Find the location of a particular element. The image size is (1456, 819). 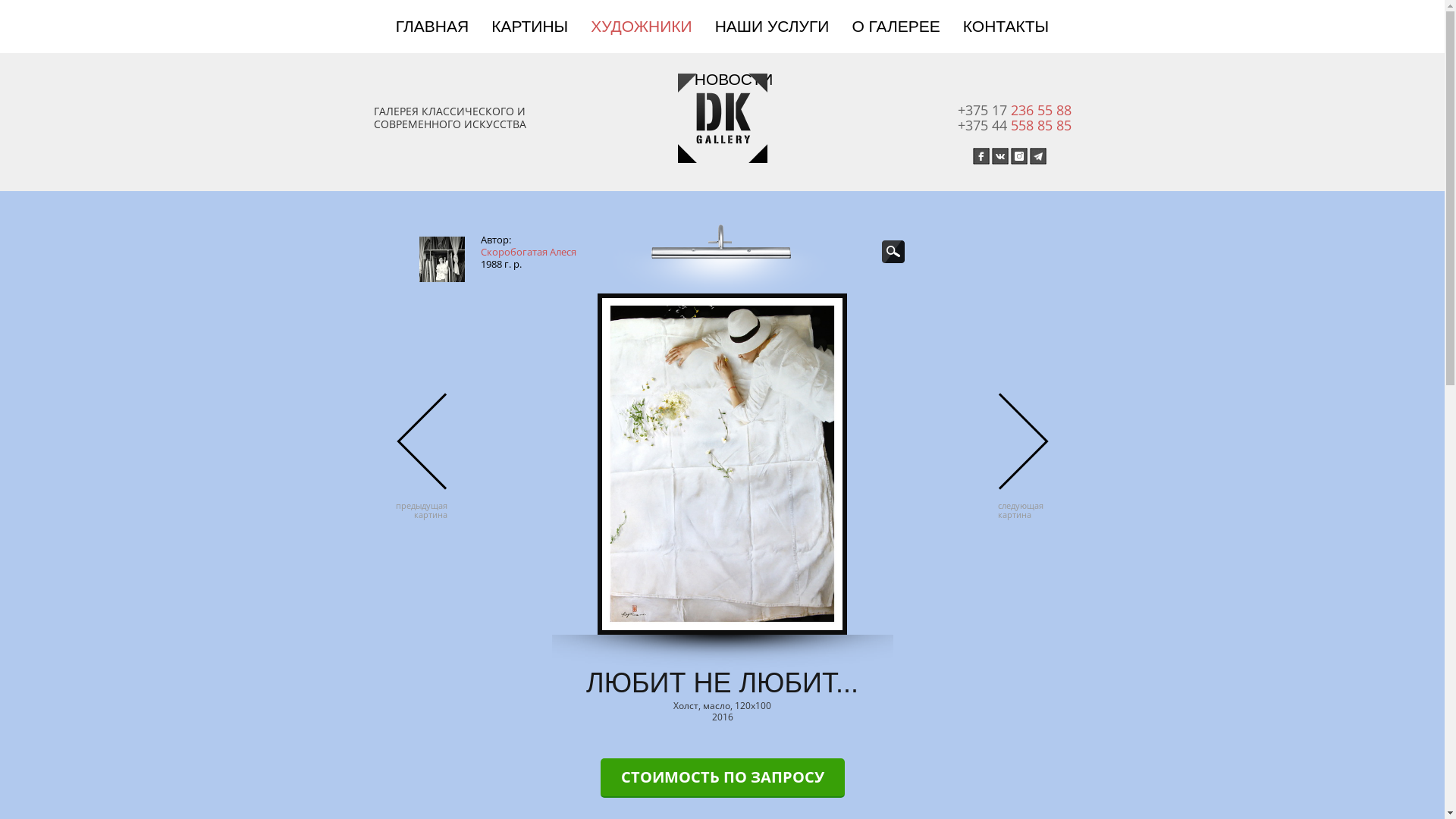

'+375 17 236 55 88' is located at coordinates (1014, 109).